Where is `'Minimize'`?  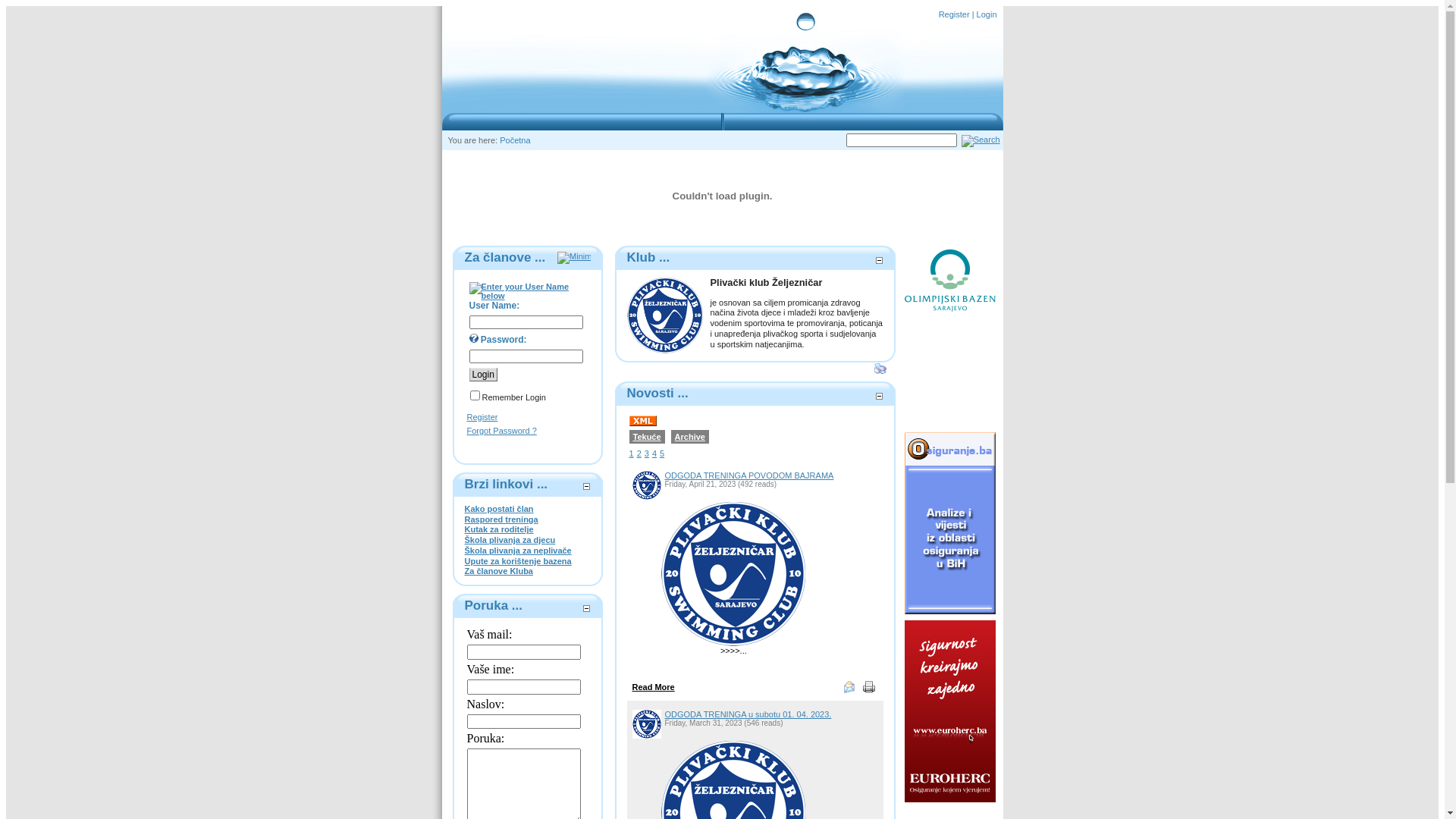
'Minimize' is located at coordinates (877, 396).